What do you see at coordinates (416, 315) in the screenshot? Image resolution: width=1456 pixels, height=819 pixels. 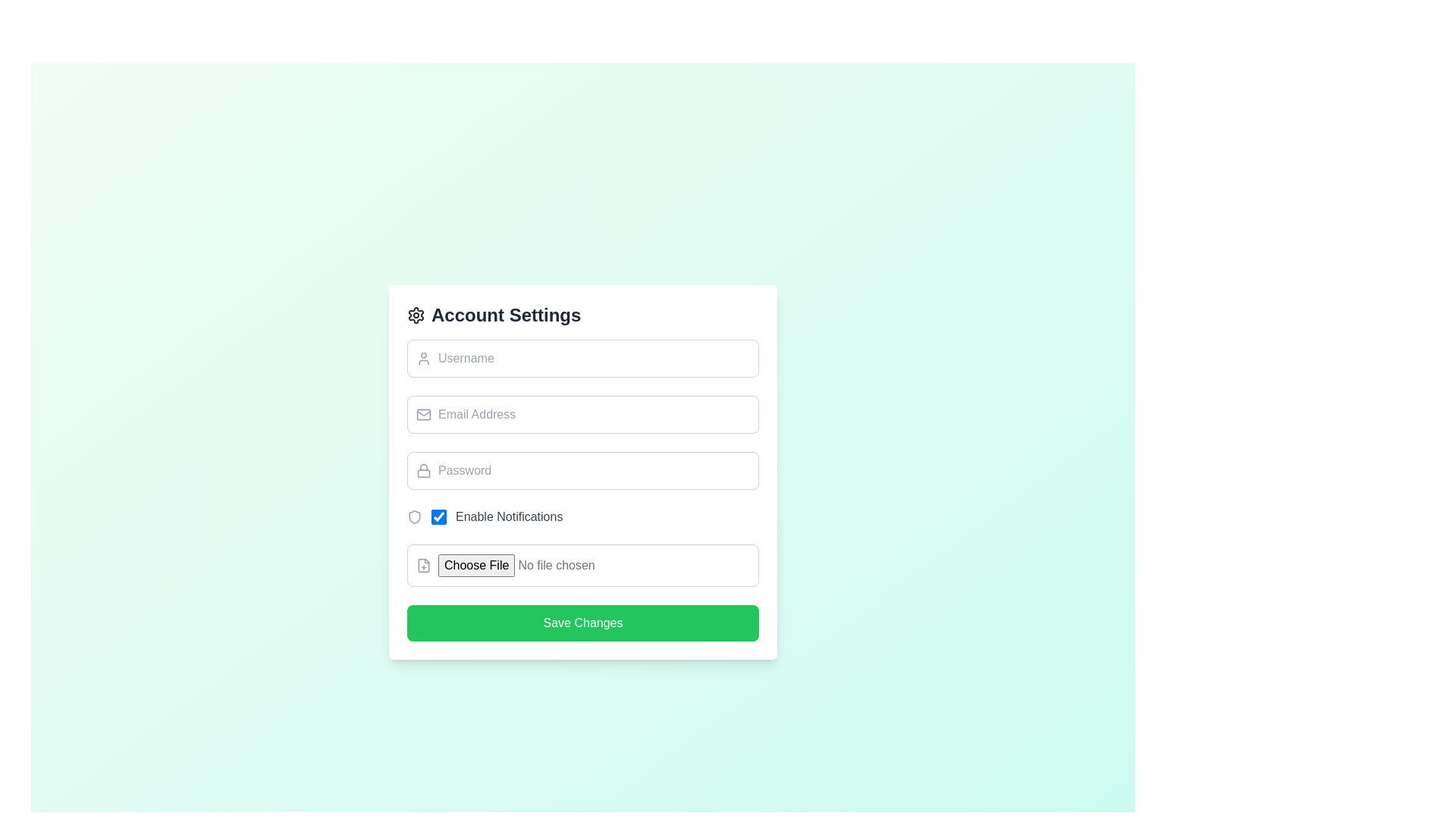 I see `the cogwheel icon representing the settings feature, which is located near the top-left corner of the settings panel adjacent to 'Account Settings'` at bounding box center [416, 315].